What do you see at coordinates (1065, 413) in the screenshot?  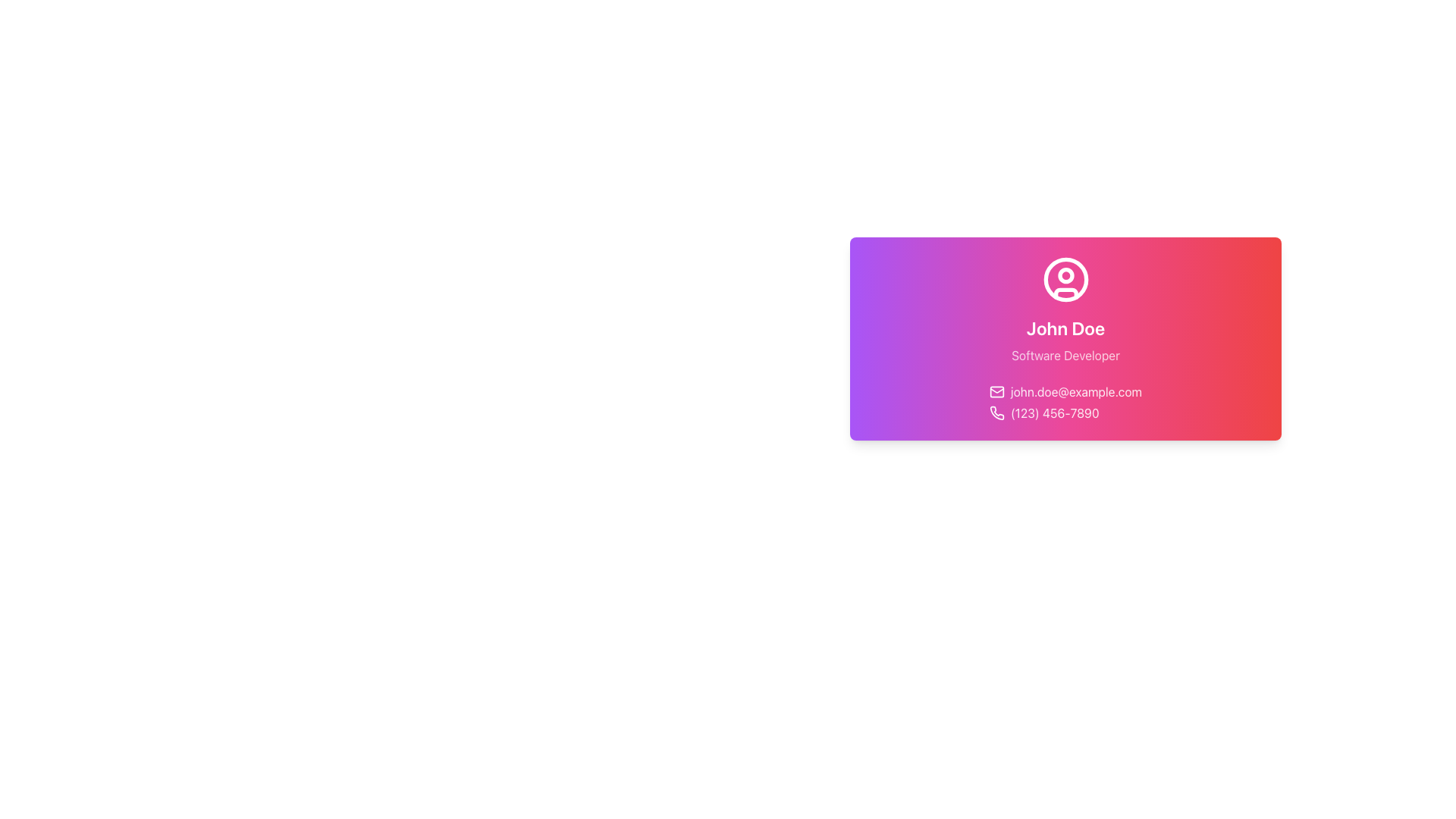 I see `the Contact Information Display which shows the phone number '(123) 456-7890' and a phone icon, located below the email address element` at bounding box center [1065, 413].